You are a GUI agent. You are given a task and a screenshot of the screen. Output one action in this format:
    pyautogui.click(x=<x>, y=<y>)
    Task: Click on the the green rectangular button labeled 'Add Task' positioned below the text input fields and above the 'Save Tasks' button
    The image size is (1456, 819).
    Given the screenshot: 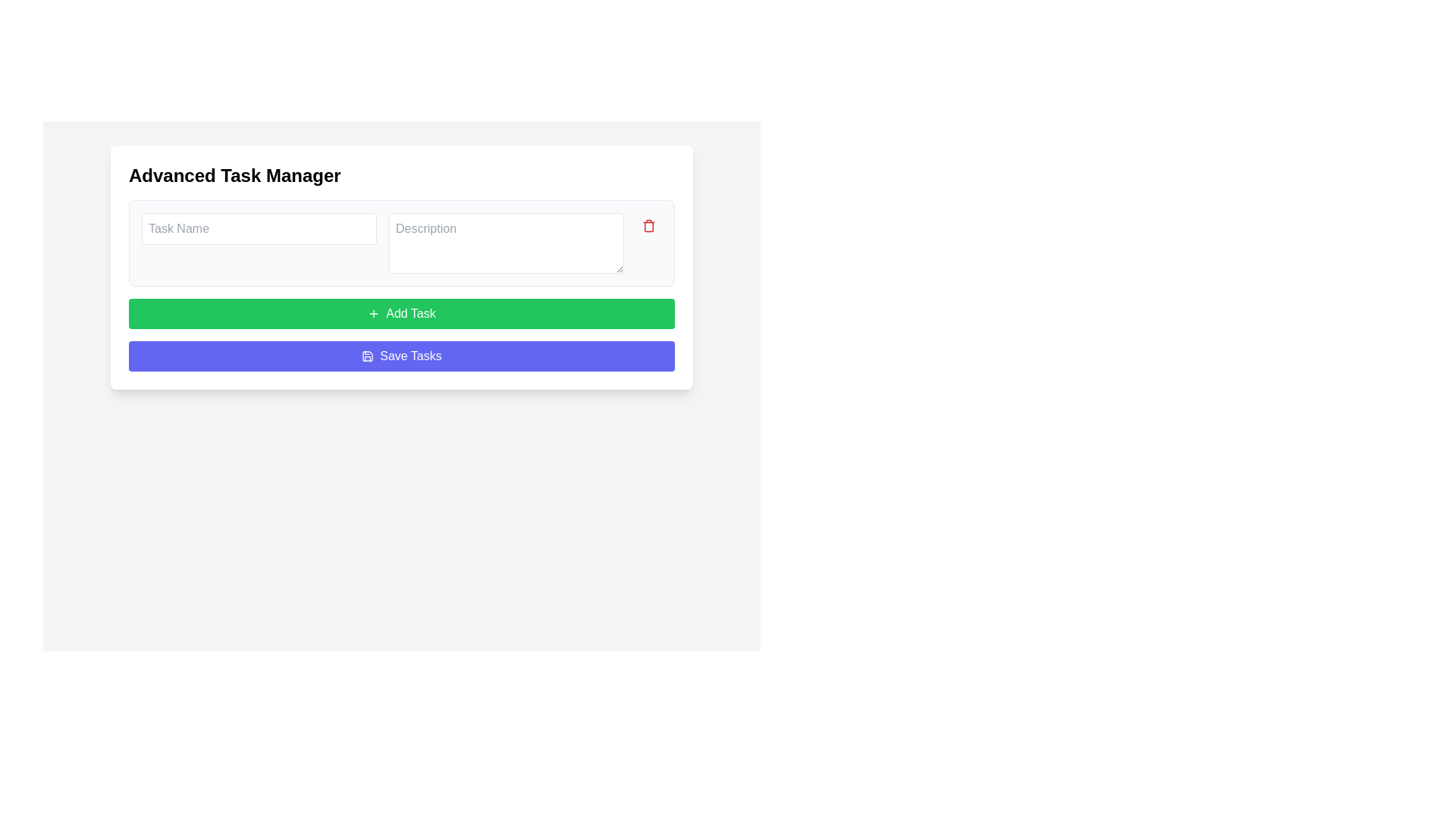 What is the action you would take?
    pyautogui.click(x=401, y=312)
    